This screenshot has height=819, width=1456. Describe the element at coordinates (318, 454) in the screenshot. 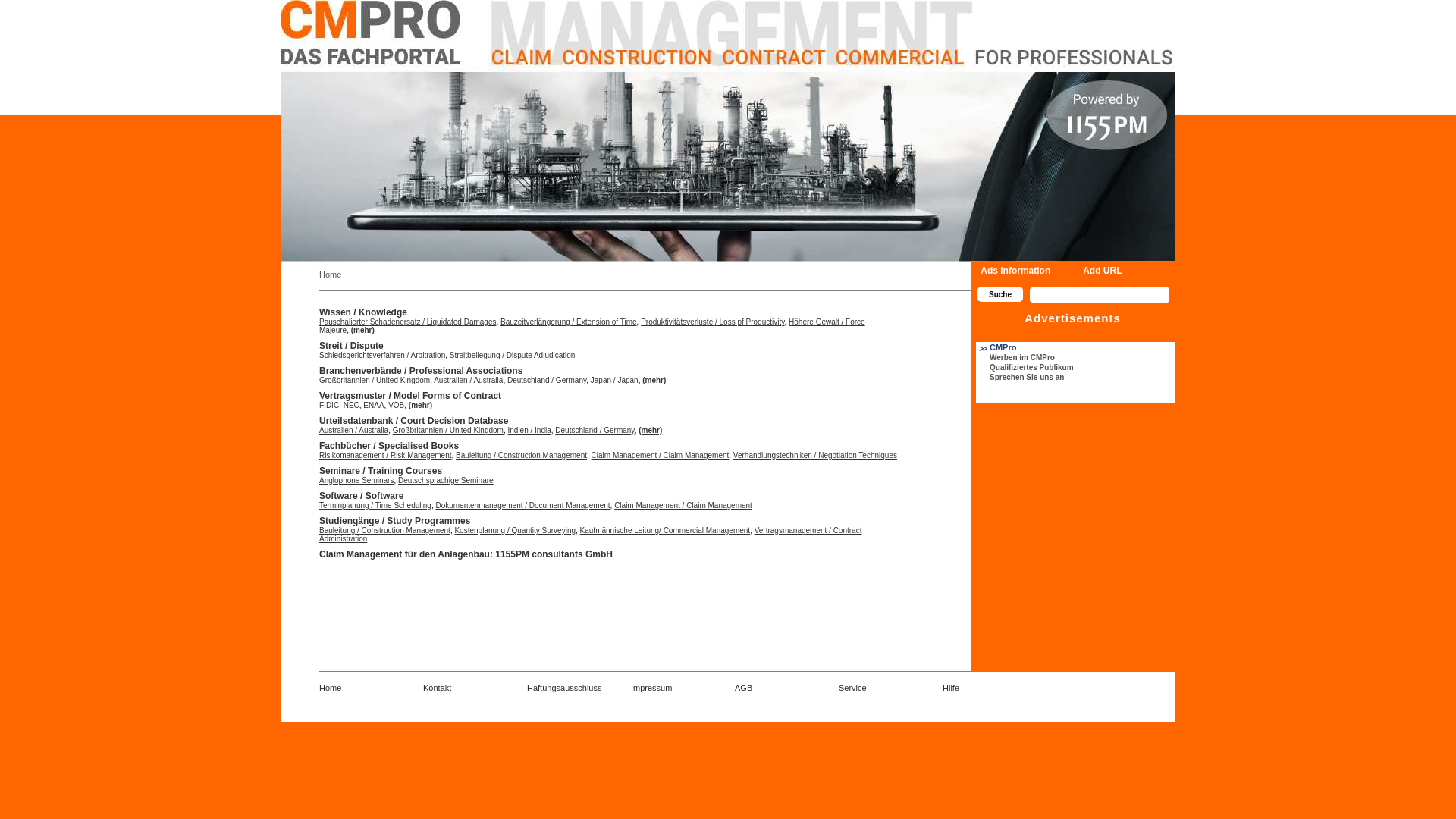

I see `'Risikomanagement / Risk Management'` at that location.